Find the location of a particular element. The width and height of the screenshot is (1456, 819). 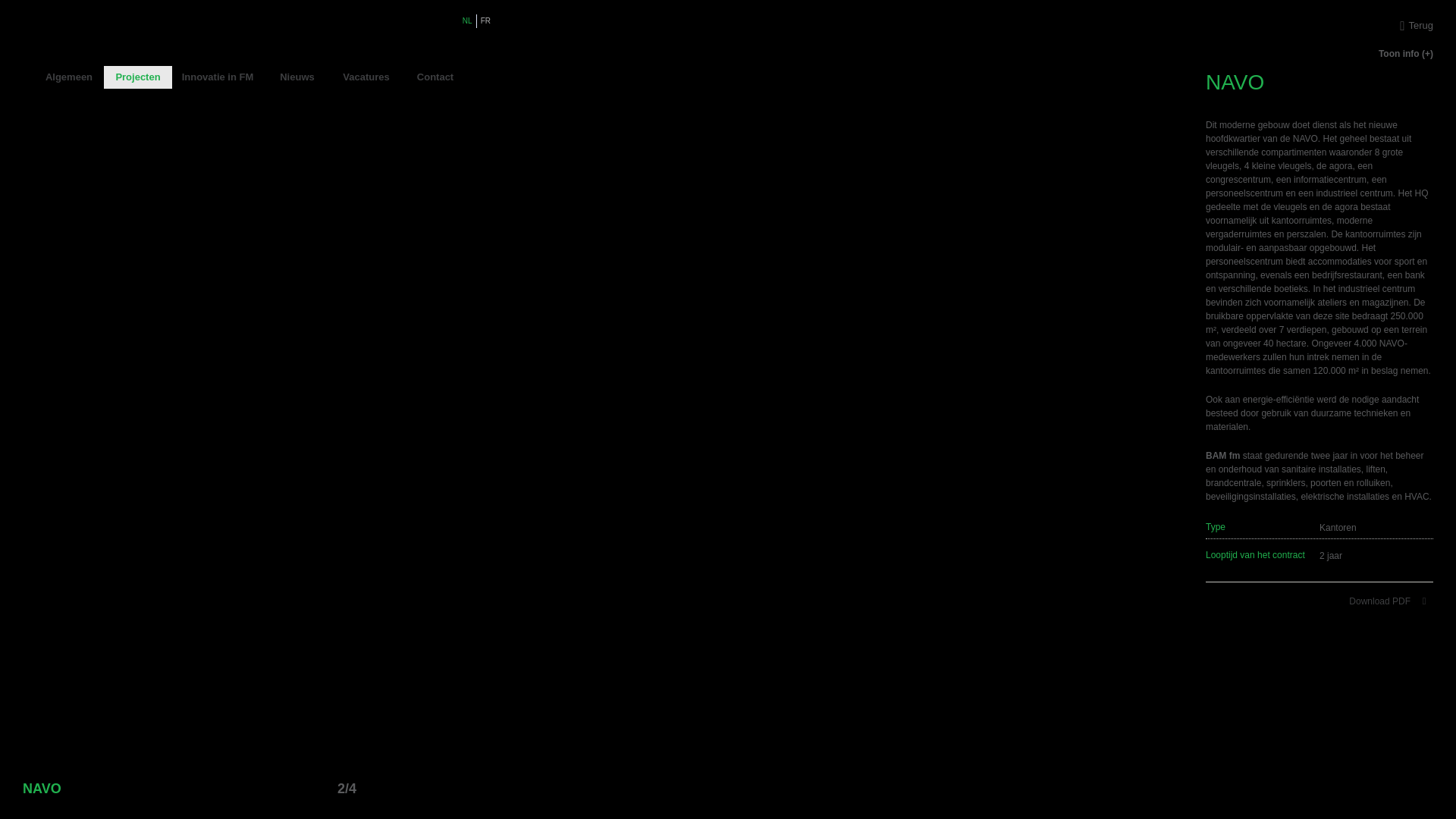

'Download PDF' is located at coordinates (1391, 601).